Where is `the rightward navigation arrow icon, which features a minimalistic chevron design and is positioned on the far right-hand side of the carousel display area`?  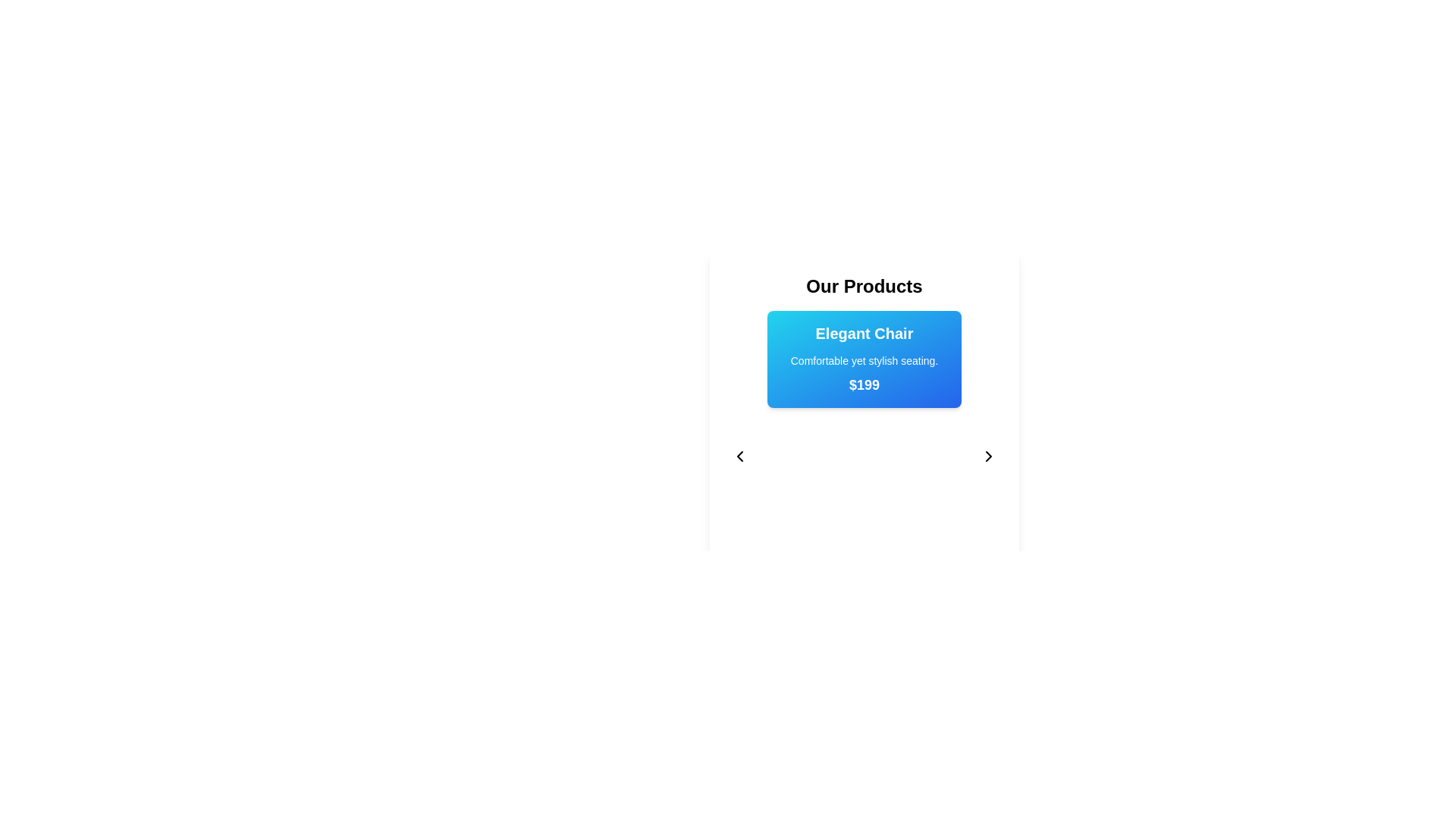 the rightward navigation arrow icon, which features a minimalistic chevron design and is positioned on the far right-hand side of the carousel display area is located at coordinates (989, 455).